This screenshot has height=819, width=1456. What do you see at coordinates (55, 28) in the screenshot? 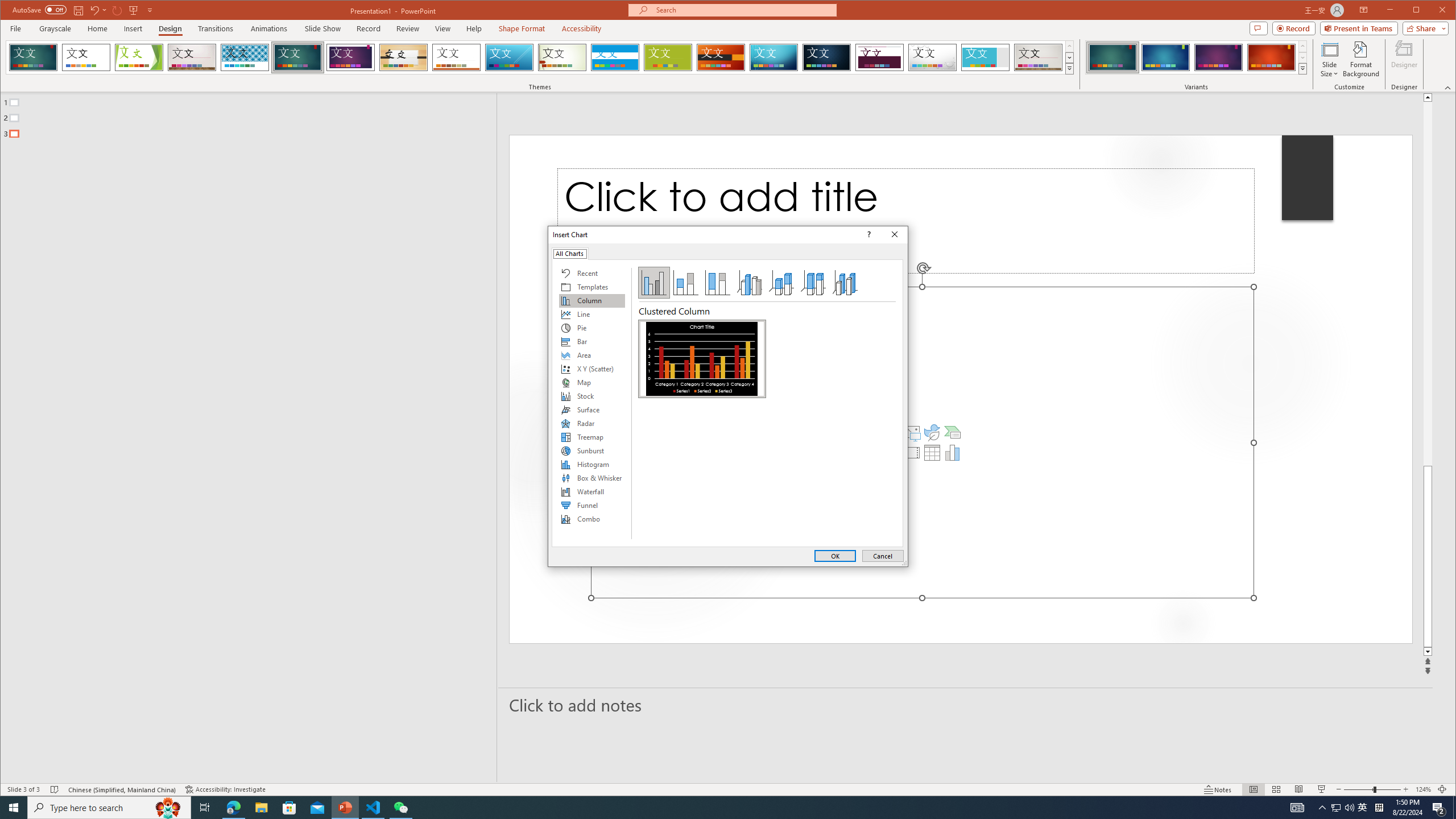
I see `'Grayscale'` at bounding box center [55, 28].